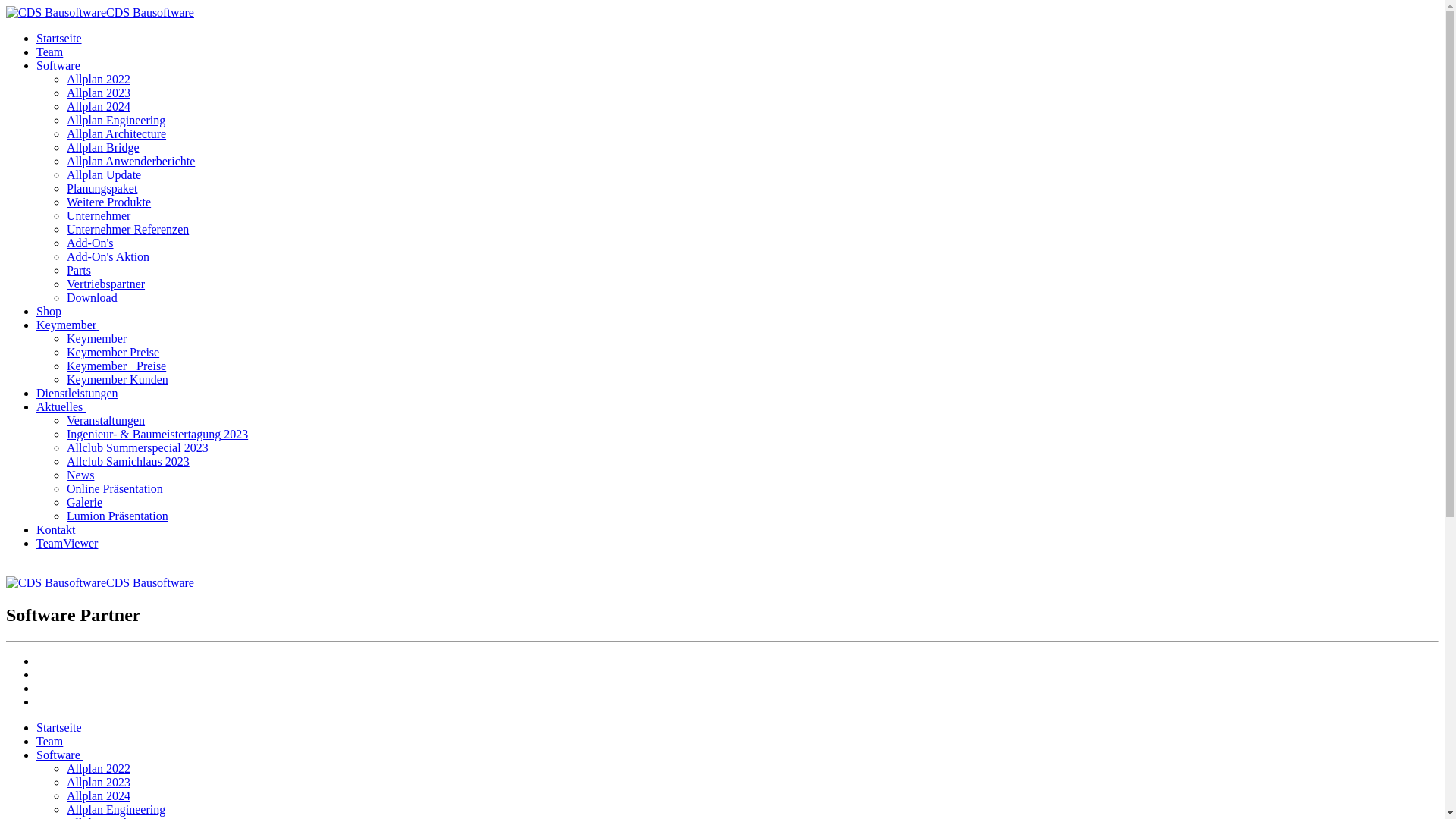 This screenshot has height=819, width=1456. What do you see at coordinates (49, 740) in the screenshot?
I see `'Team'` at bounding box center [49, 740].